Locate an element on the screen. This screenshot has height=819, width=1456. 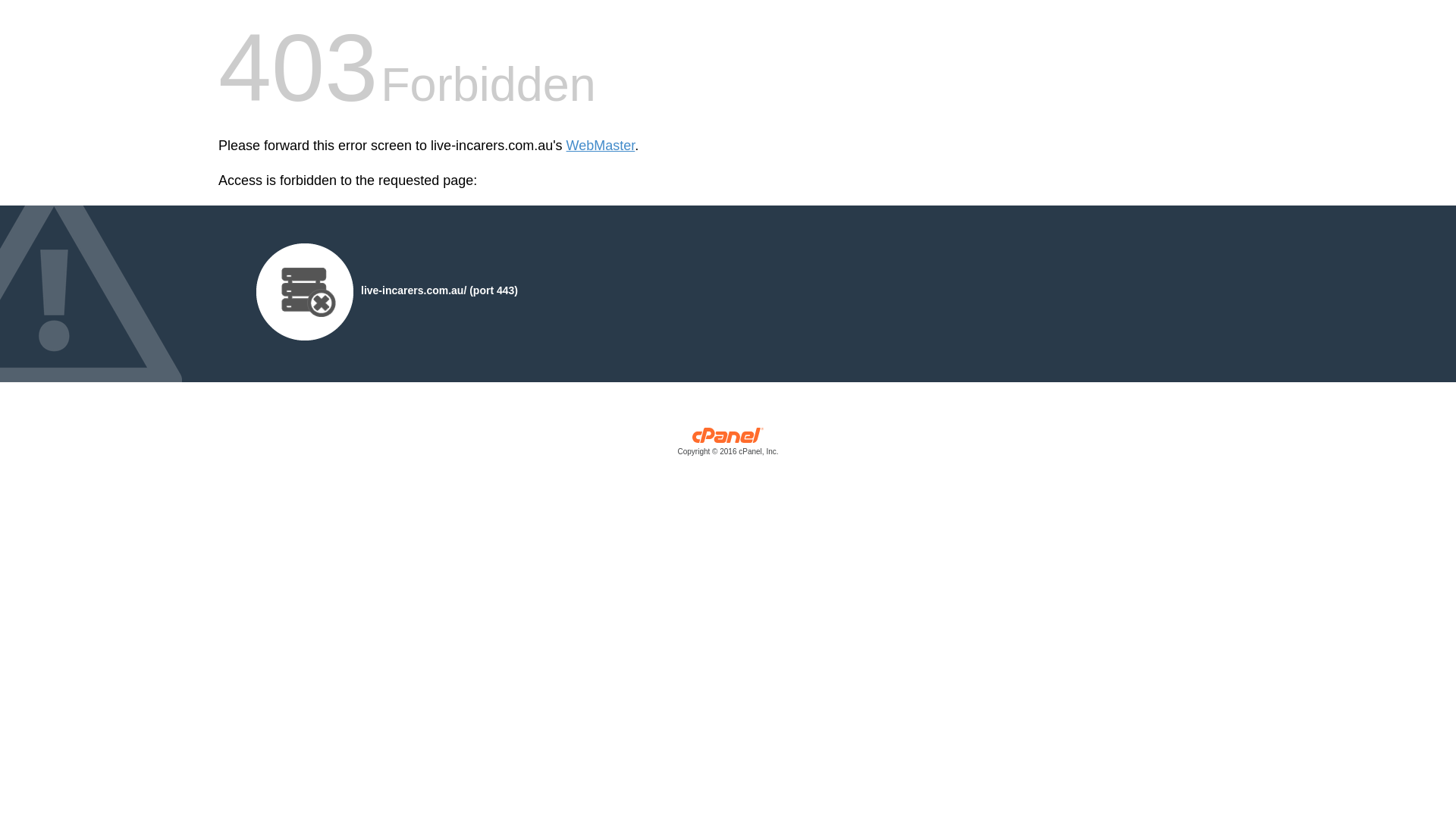
'WebMaster' is located at coordinates (600, 146).